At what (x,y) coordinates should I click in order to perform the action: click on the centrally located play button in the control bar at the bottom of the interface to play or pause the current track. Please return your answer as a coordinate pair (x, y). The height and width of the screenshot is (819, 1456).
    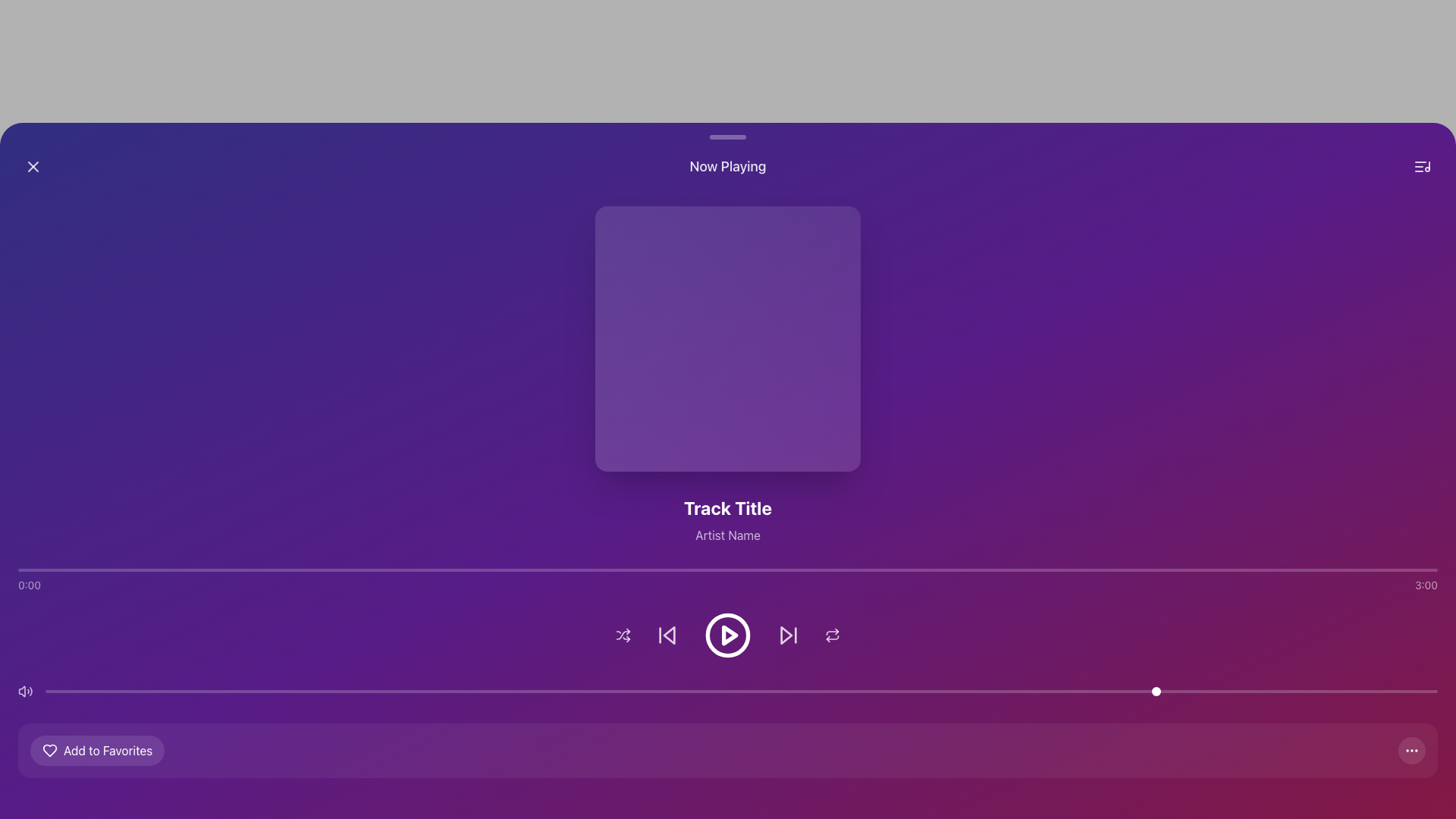
    Looking at the image, I should click on (728, 635).